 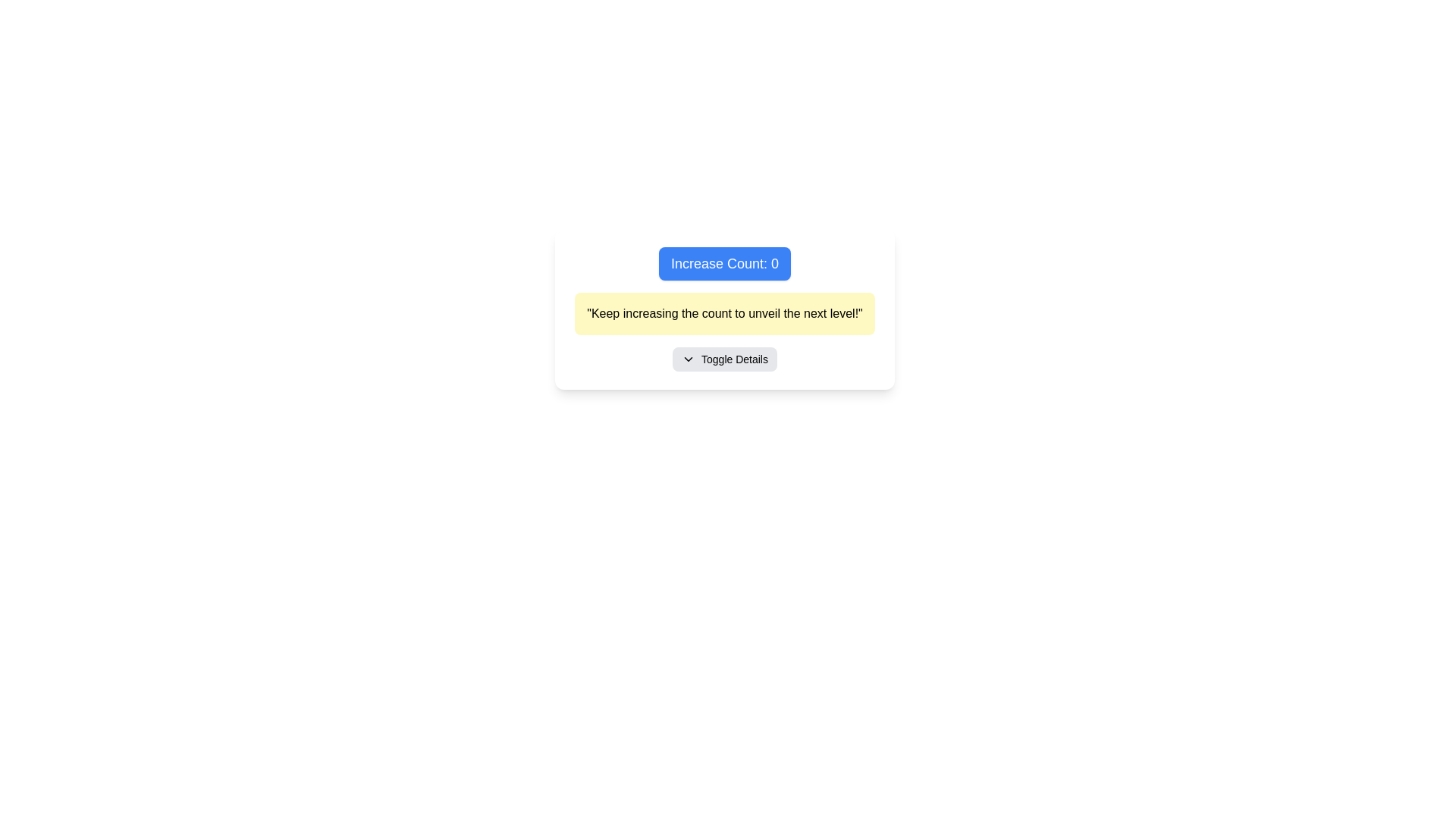 I want to click on the motivational message text block located between the 'Increase Count: 0' button and the 'Toggle Details' button, so click(x=723, y=312).